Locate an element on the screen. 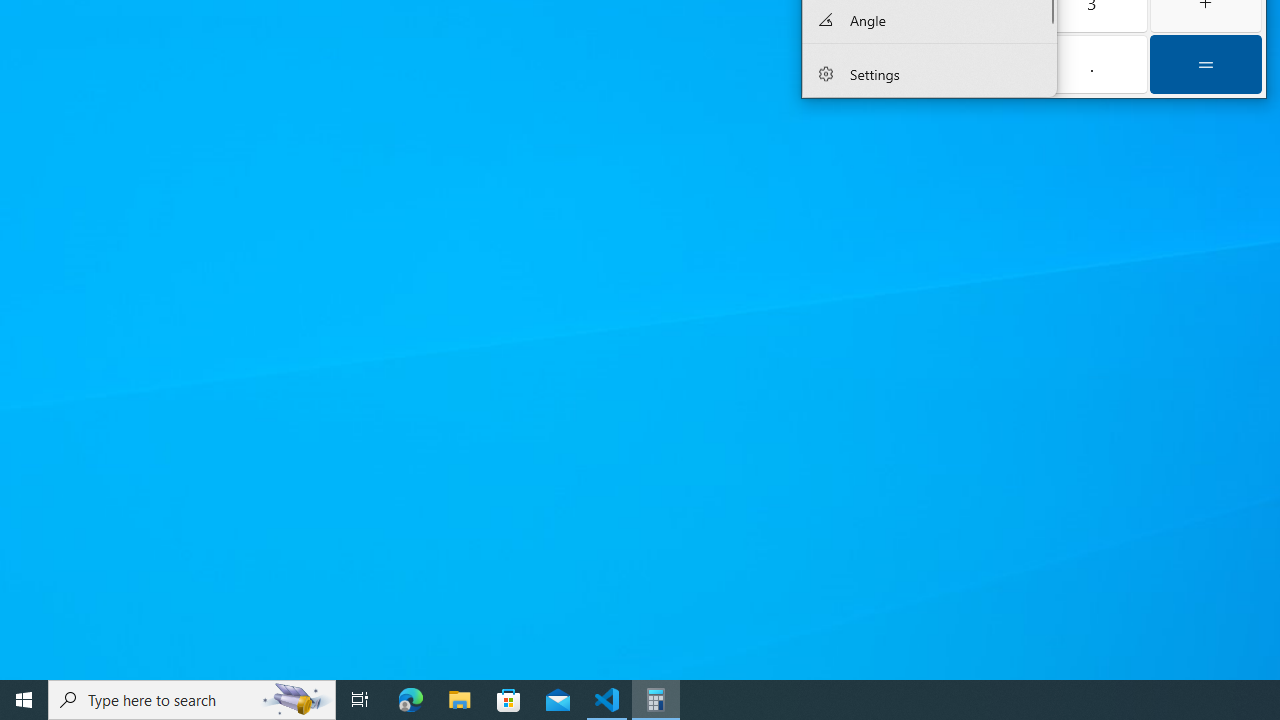 This screenshot has height=720, width=1280. 'Visual Studio Code - 1 running window' is located at coordinates (606, 698).